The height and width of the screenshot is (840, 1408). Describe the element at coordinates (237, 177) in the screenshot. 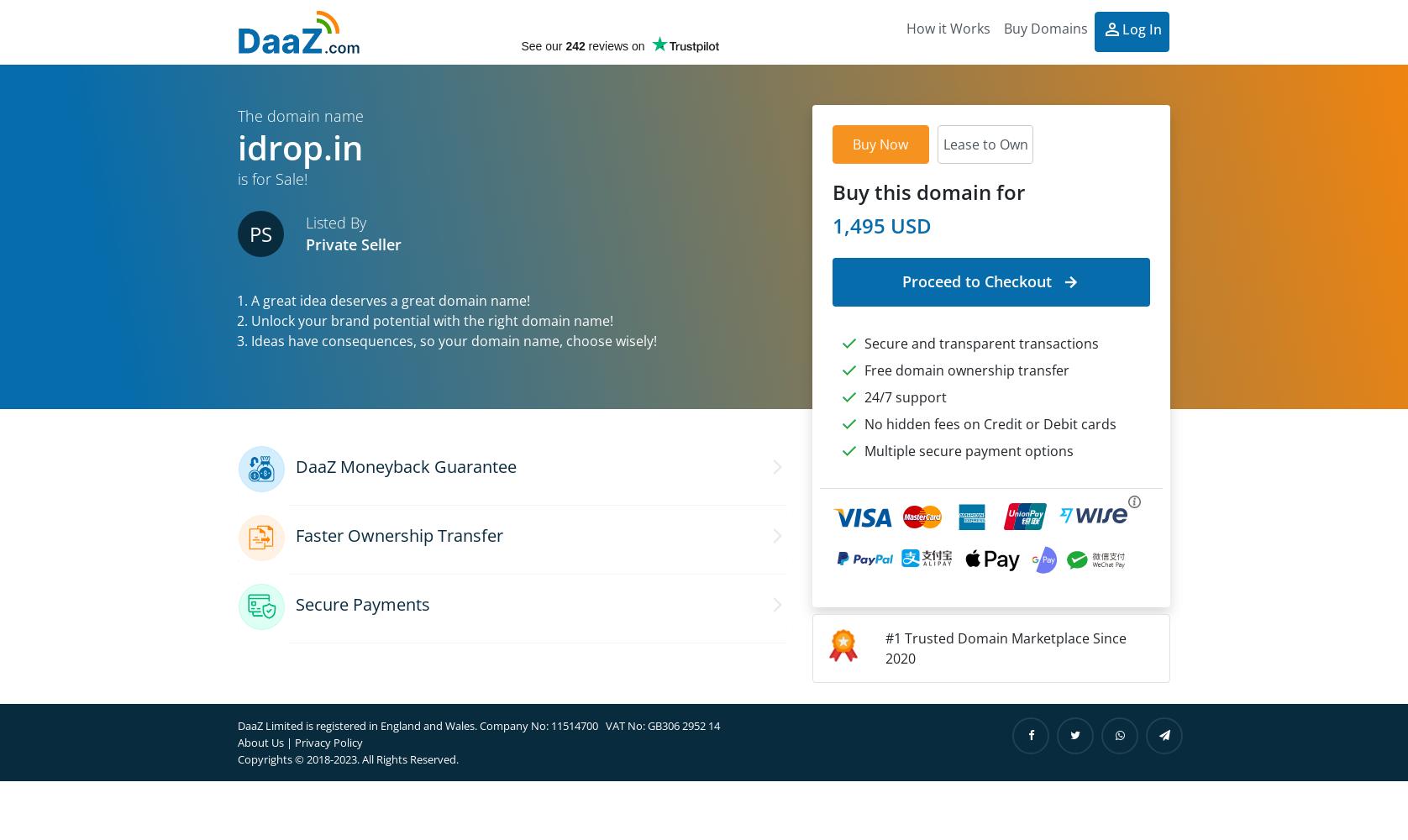

I see `'is for Sale!'` at that location.